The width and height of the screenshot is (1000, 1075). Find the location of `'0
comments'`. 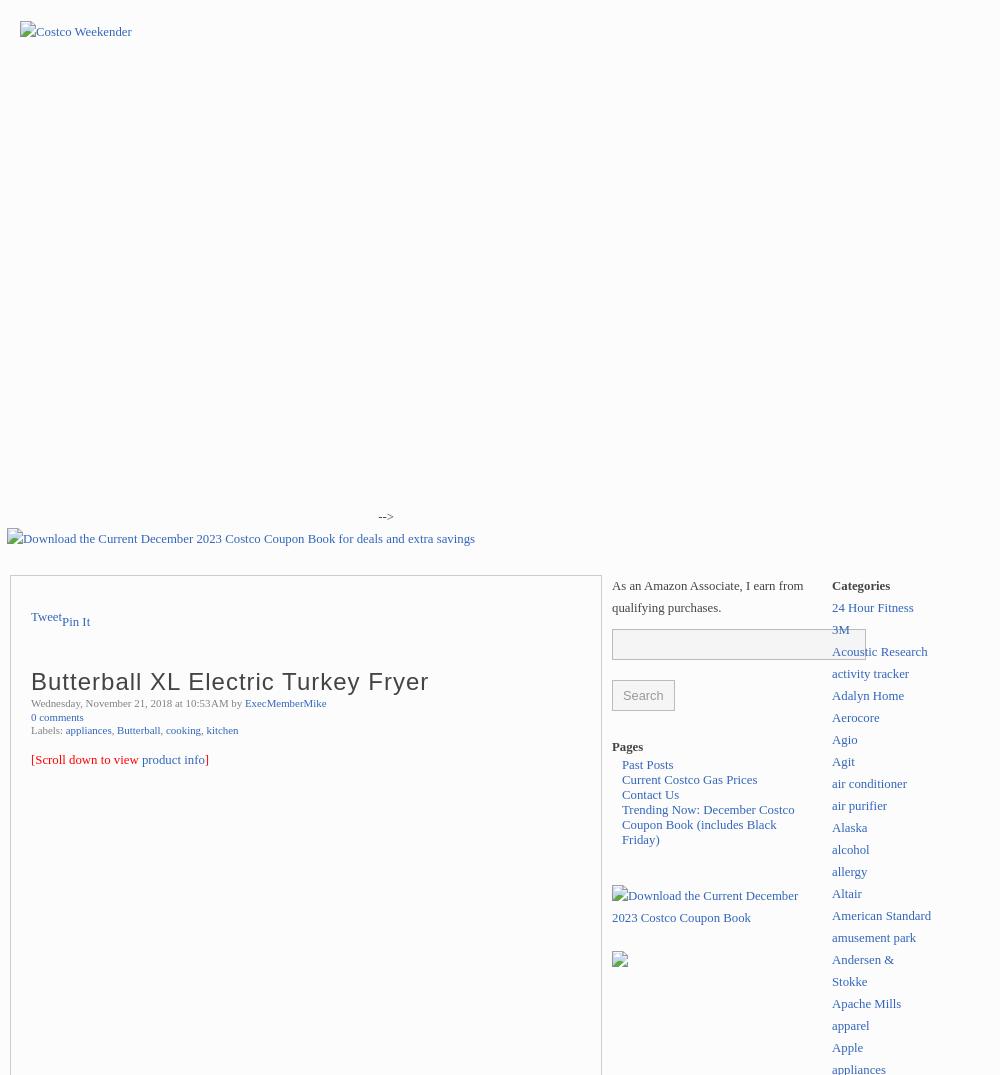

'0
comments' is located at coordinates (57, 714).